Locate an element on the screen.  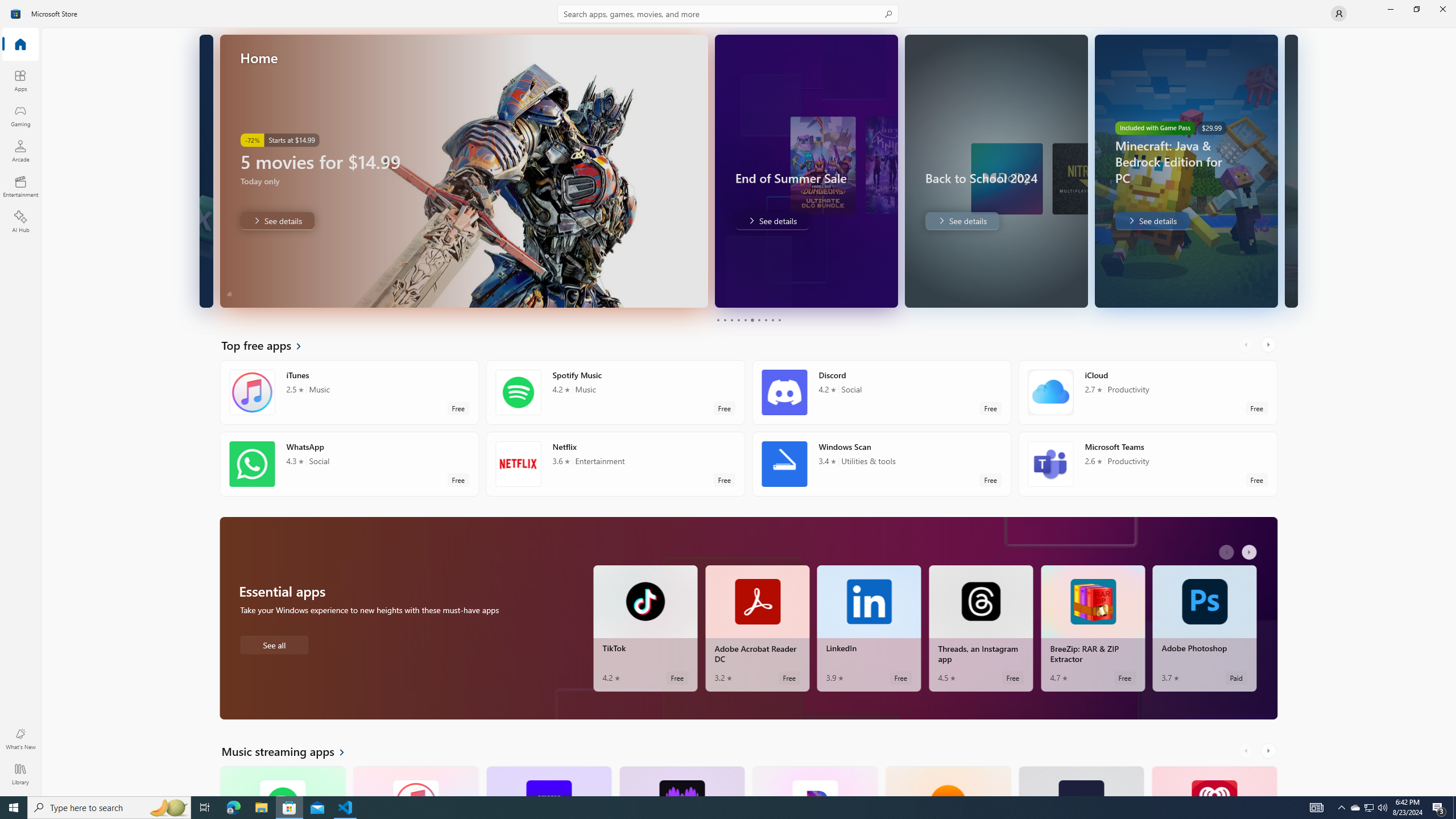
'Page 8' is located at coordinates (765, 320).